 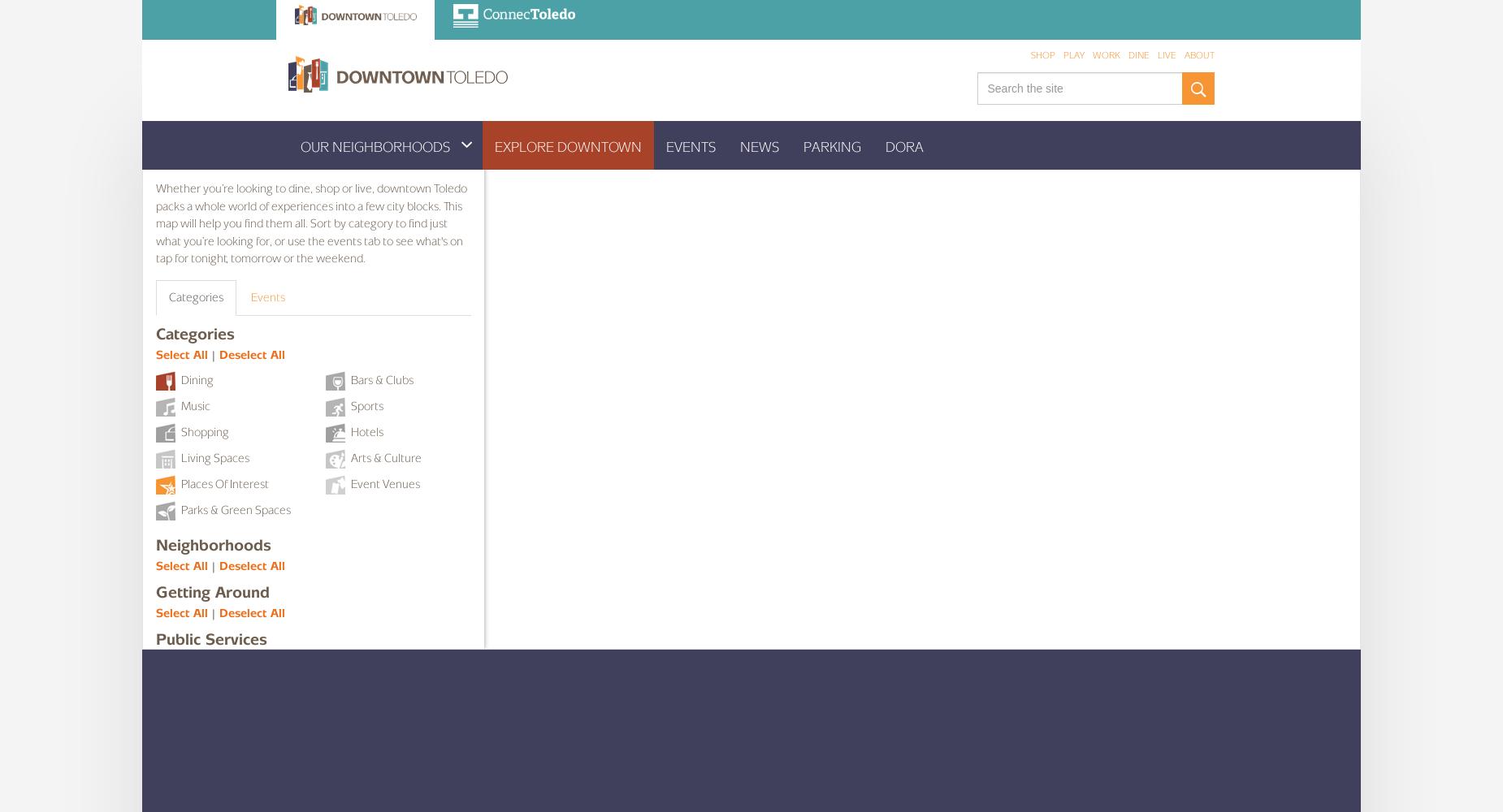 I want to click on 'Event Venues', so click(x=348, y=482).